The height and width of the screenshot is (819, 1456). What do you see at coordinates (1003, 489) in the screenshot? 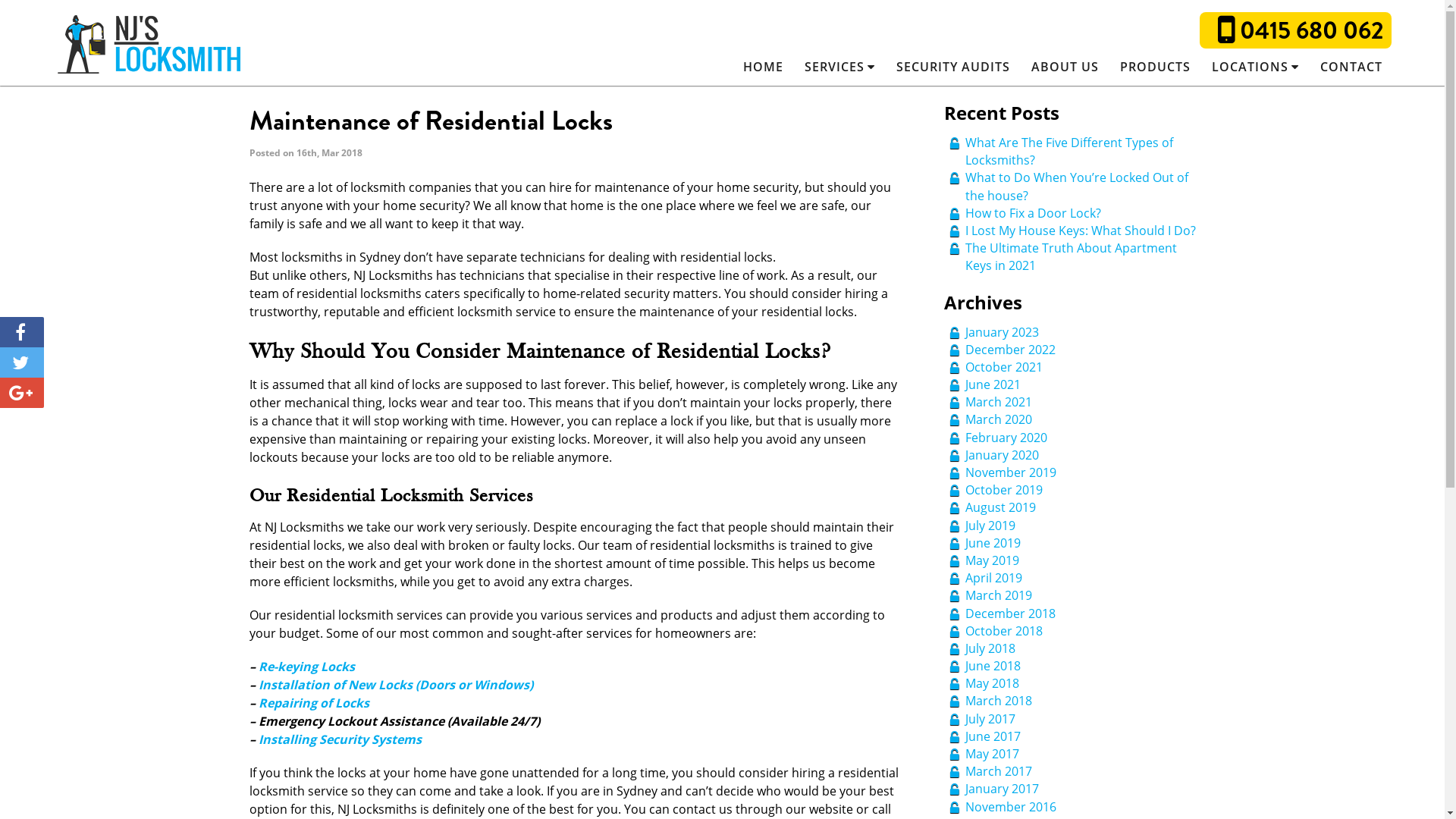
I see `'October 2019'` at bounding box center [1003, 489].